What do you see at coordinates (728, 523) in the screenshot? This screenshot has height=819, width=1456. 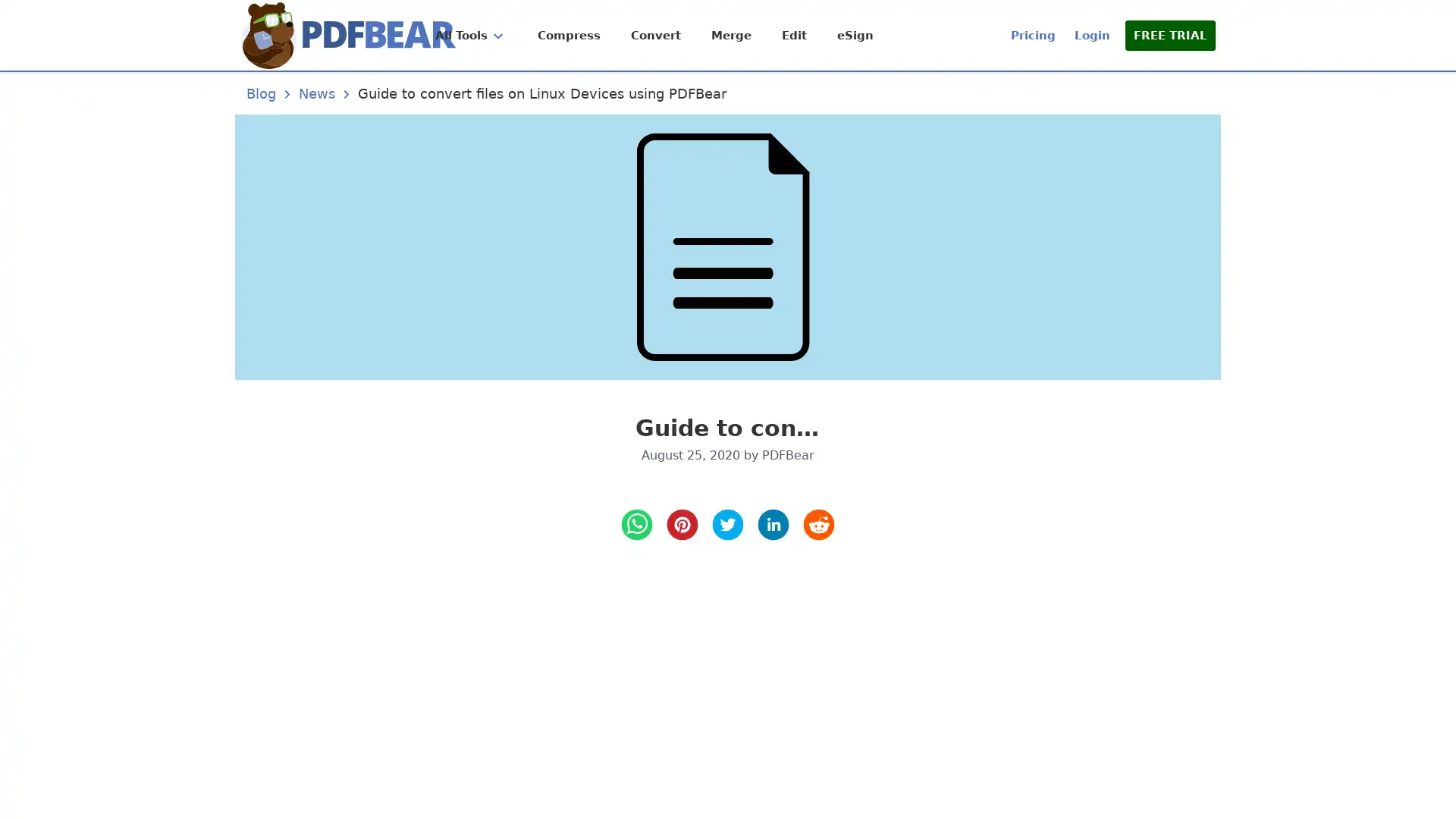 I see `Twitter` at bounding box center [728, 523].